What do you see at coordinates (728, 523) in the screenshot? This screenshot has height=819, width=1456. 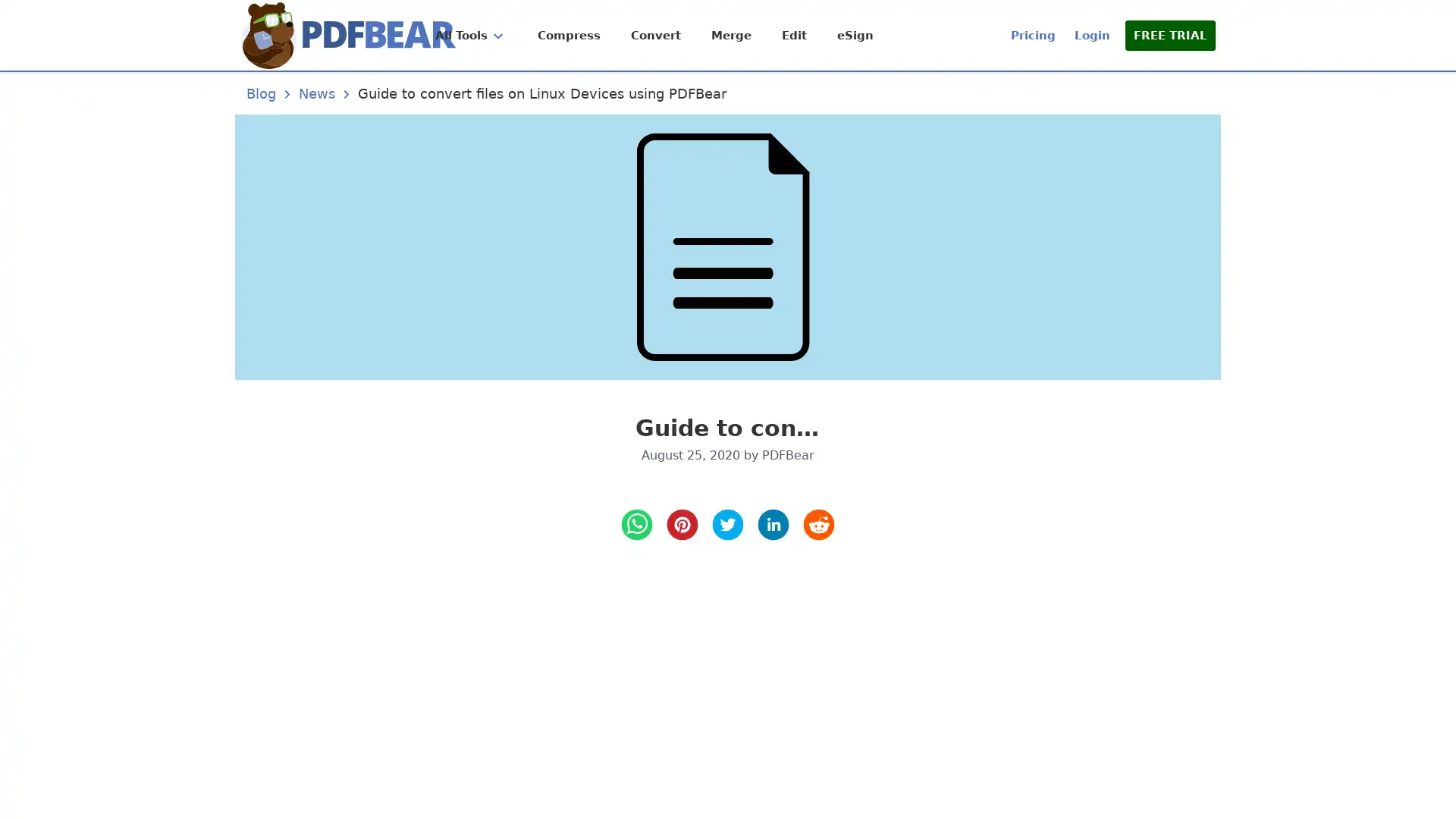 I see `Twitter` at bounding box center [728, 523].